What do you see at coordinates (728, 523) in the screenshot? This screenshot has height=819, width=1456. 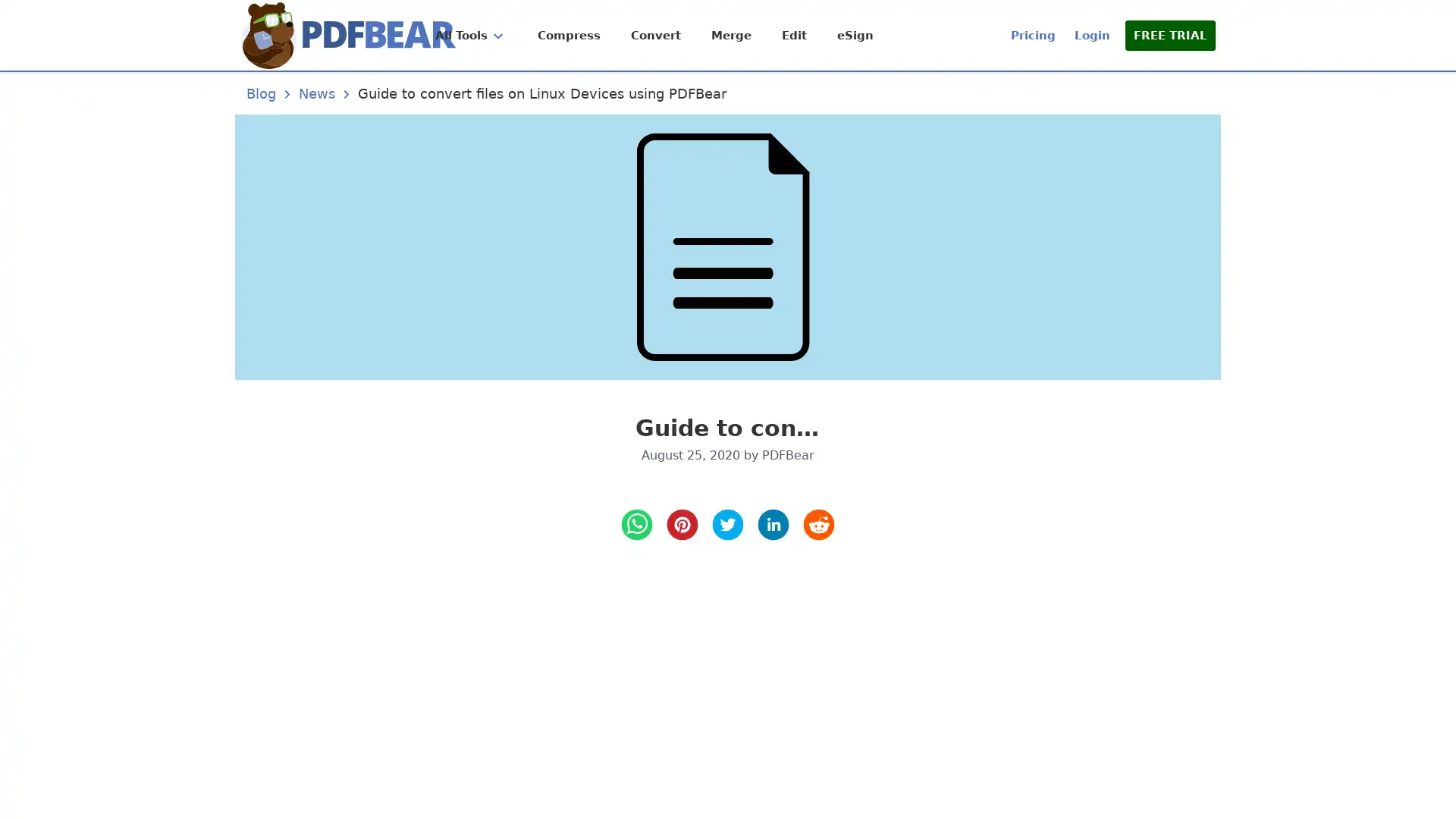 I see `Twitter` at bounding box center [728, 523].